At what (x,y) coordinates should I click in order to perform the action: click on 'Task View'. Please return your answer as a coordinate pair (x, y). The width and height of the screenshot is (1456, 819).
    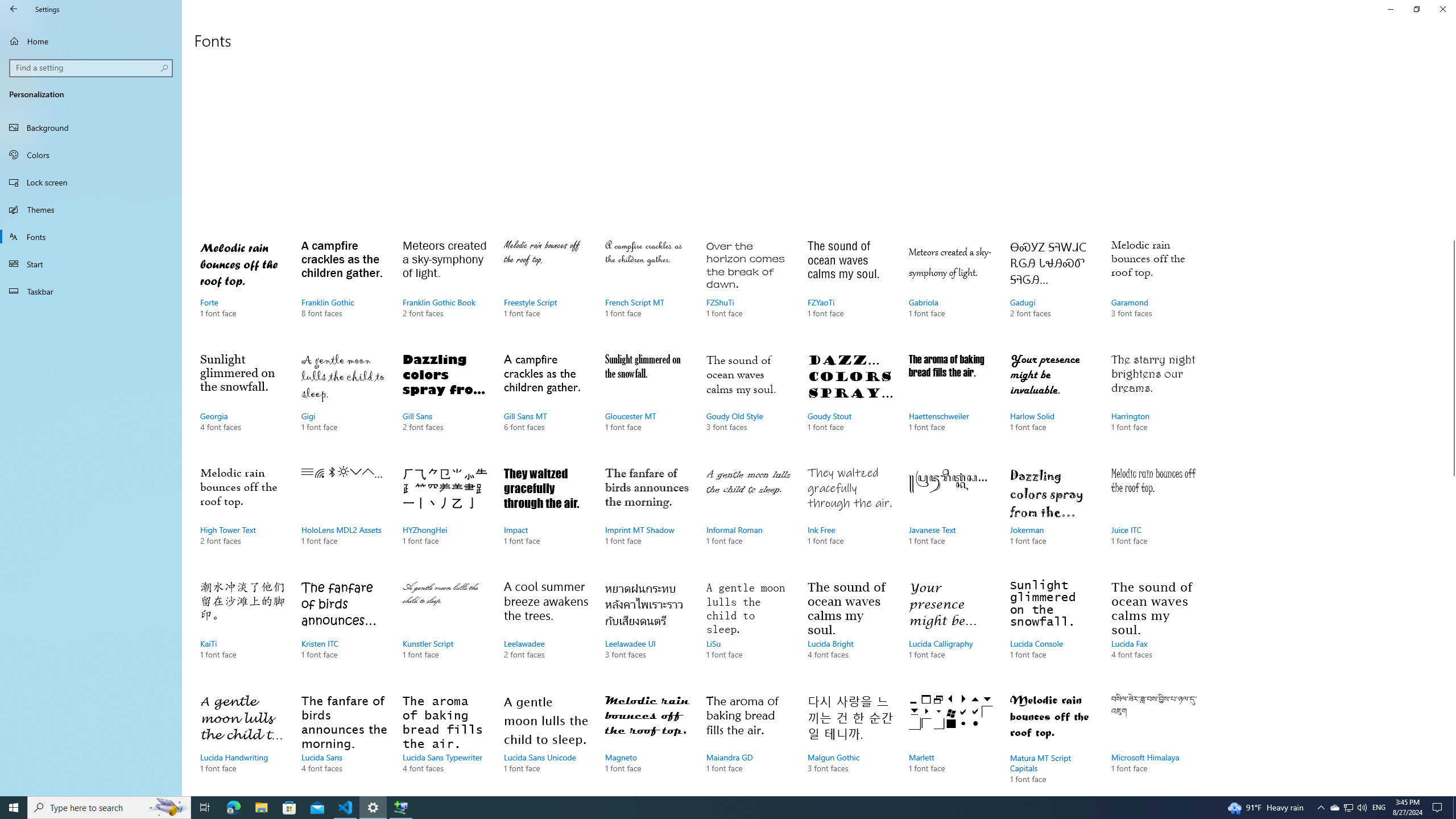
    Looking at the image, I should click on (204, 806).